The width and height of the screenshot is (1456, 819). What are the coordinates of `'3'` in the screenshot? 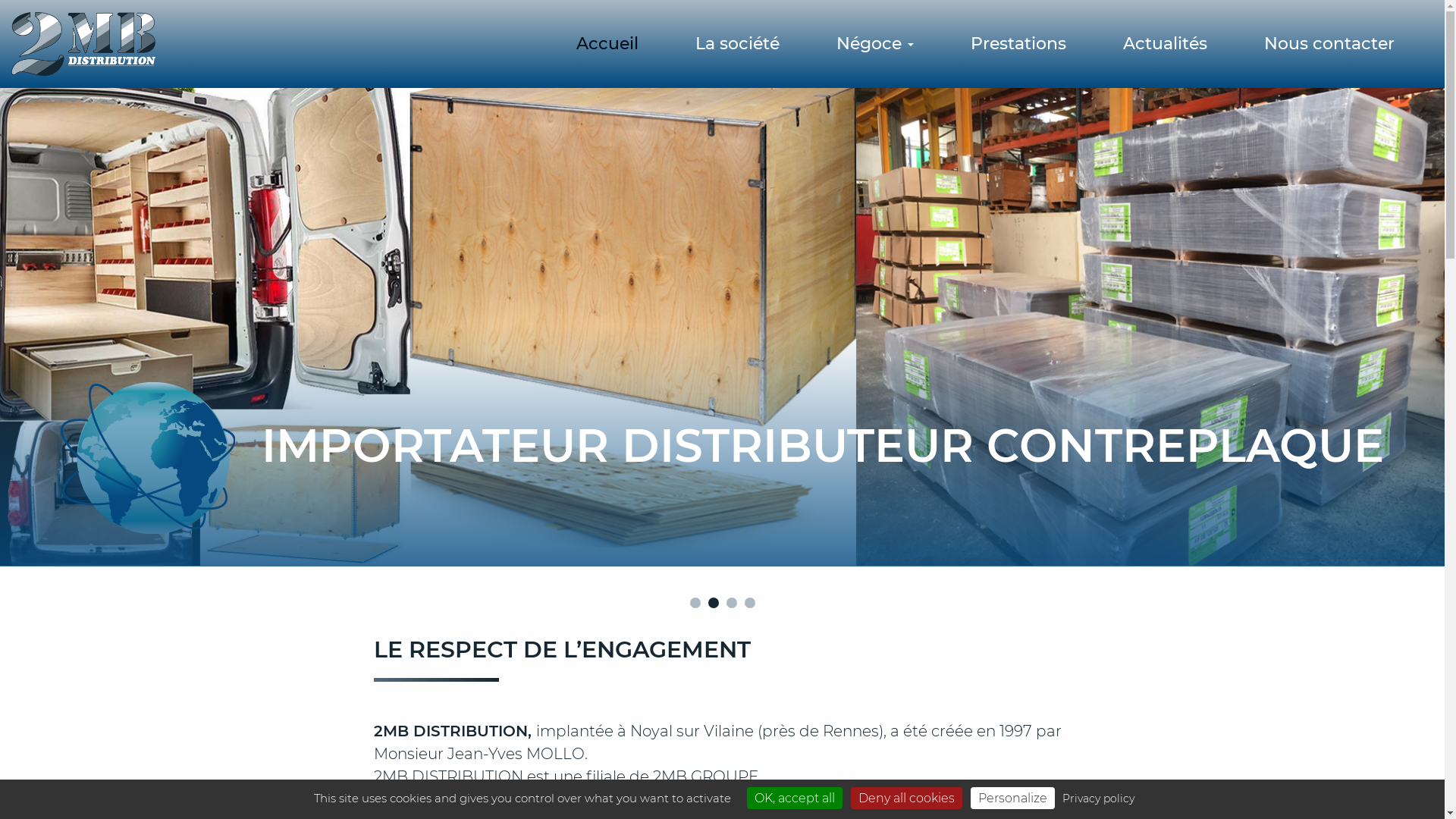 It's located at (731, 601).